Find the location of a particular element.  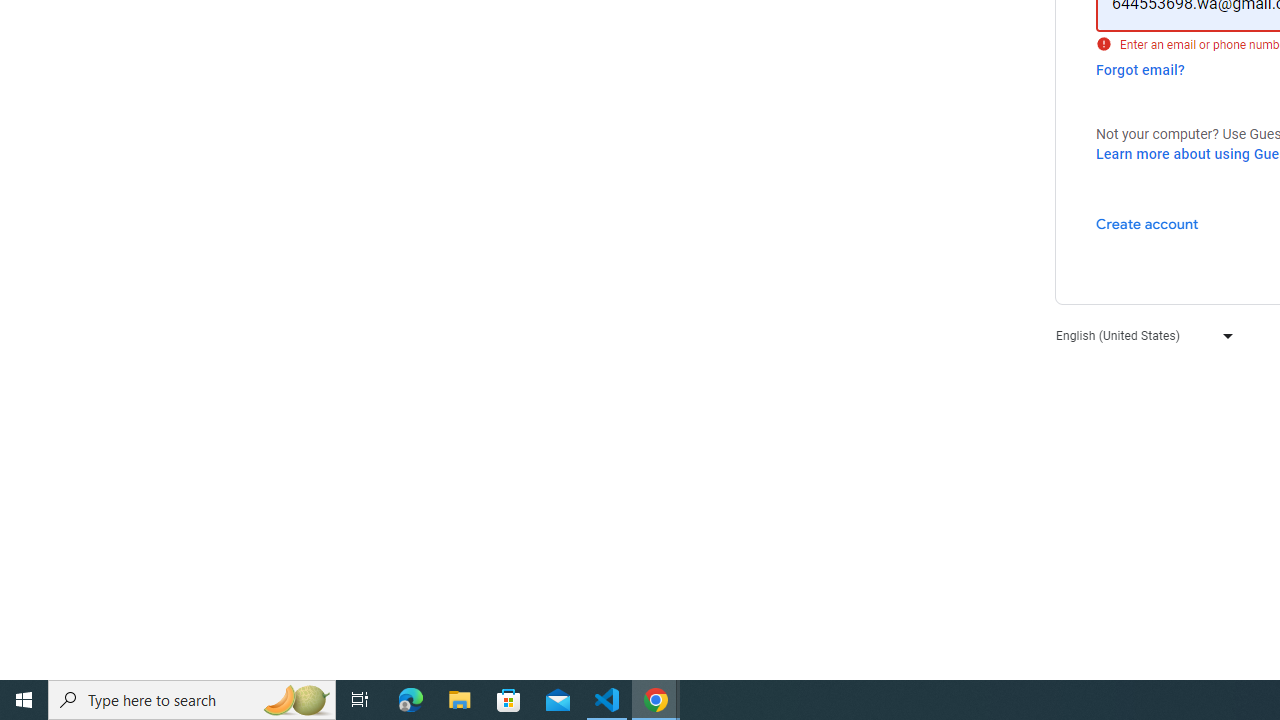

'Create account' is located at coordinates (1146, 223).